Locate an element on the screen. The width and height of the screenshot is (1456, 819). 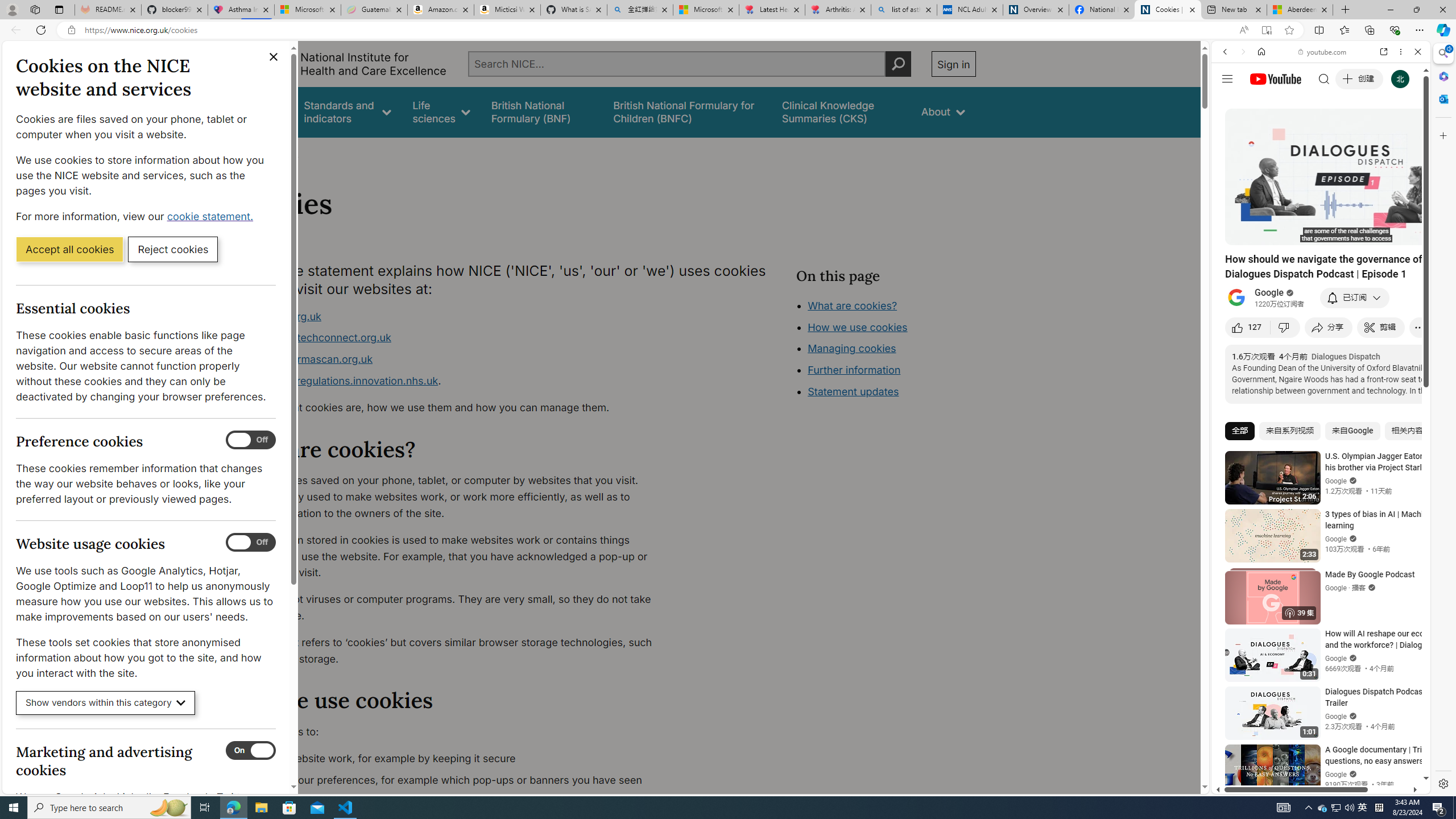
'Home>' is located at coordinates (246, 152).